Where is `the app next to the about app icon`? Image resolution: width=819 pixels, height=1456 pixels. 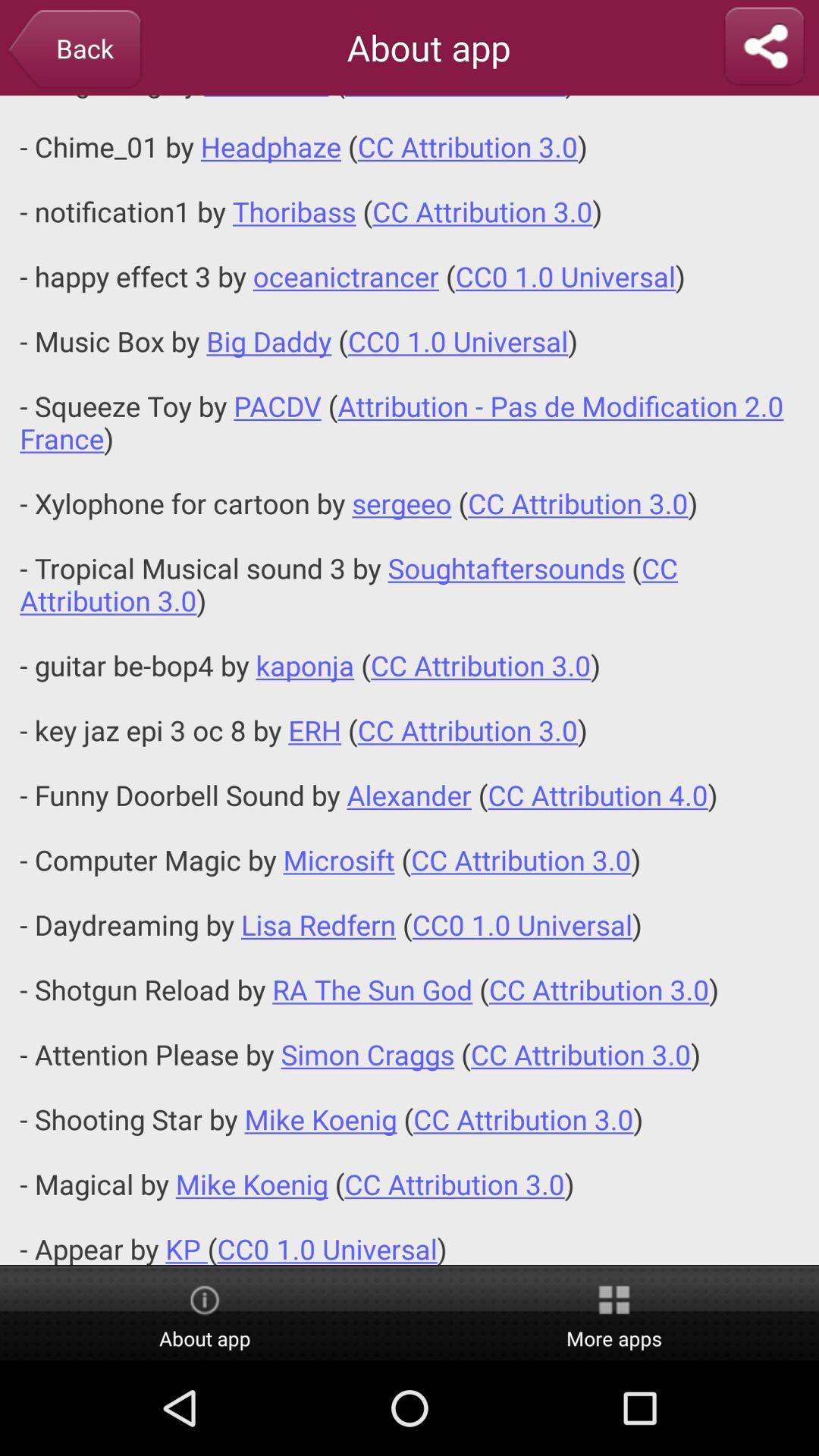
the app next to the about app icon is located at coordinates (74, 50).